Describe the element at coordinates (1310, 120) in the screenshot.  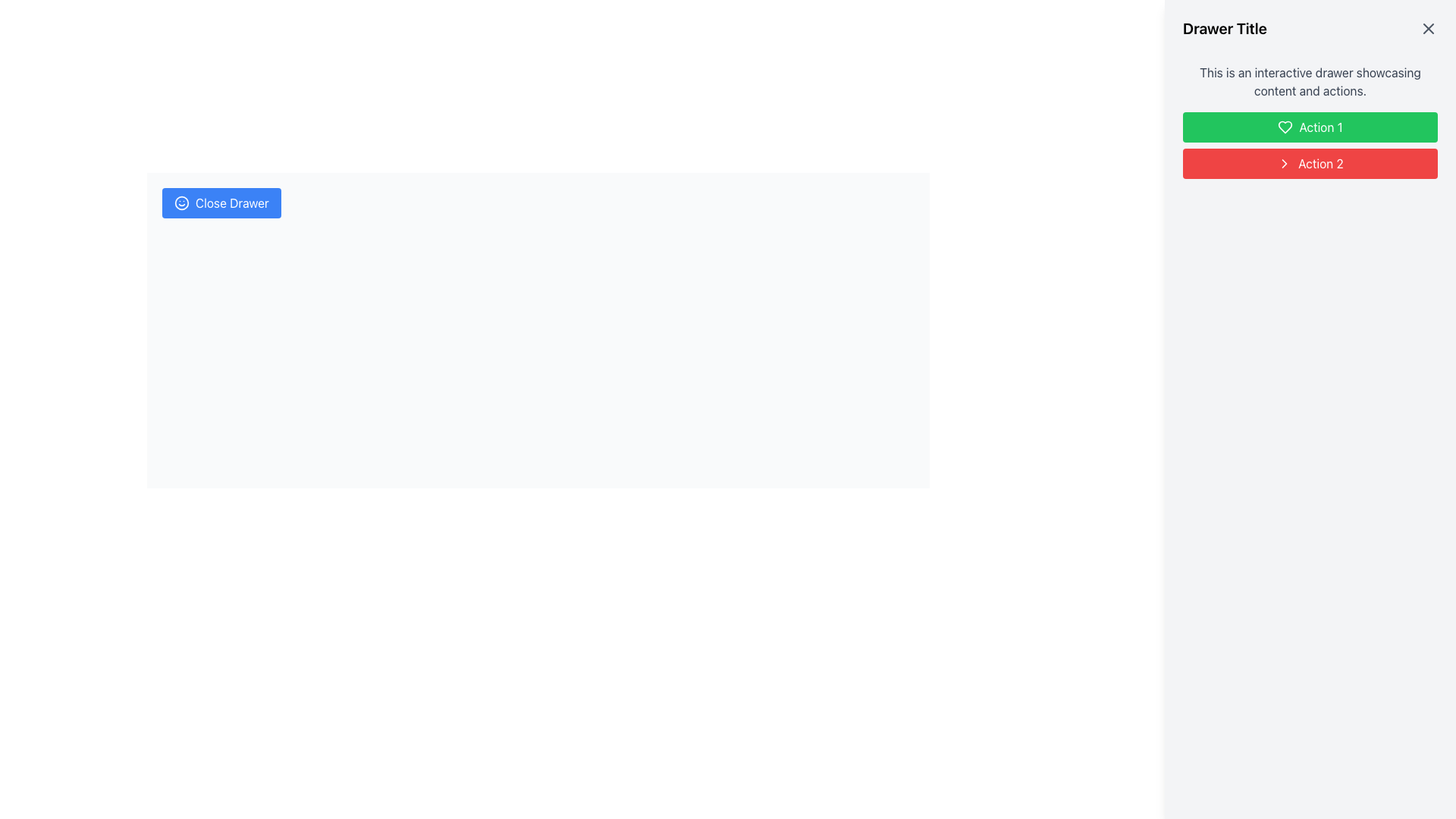
I see `the 'Action 2' button in the interactive drawer located in the upper section of the sidebar drawer titled 'Drawer Title'` at that location.